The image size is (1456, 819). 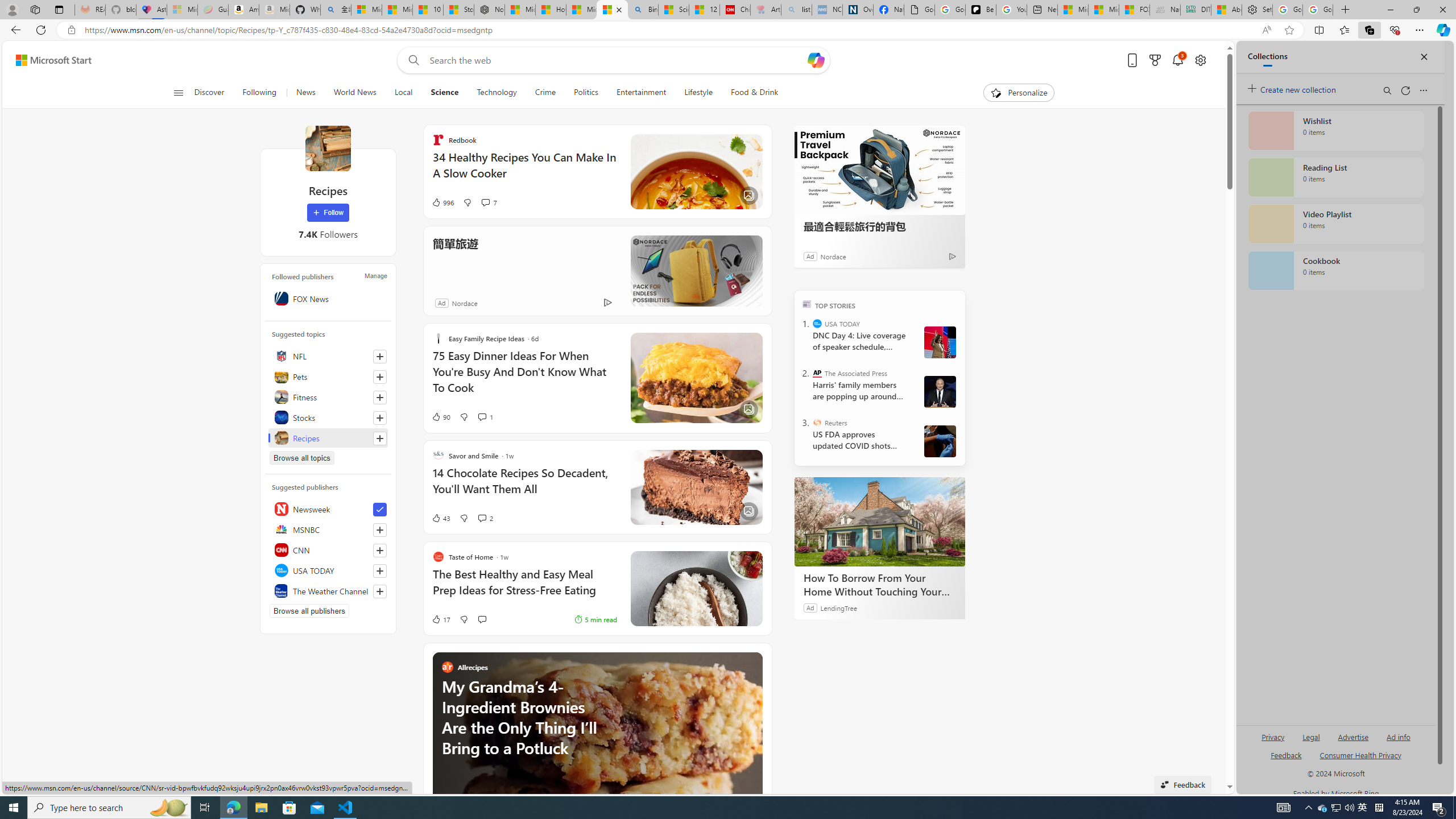 I want to click on 'Perfect Sushi Rice Exps Ft20 256965 F 0730 1 3', so click(x=696, y=588).